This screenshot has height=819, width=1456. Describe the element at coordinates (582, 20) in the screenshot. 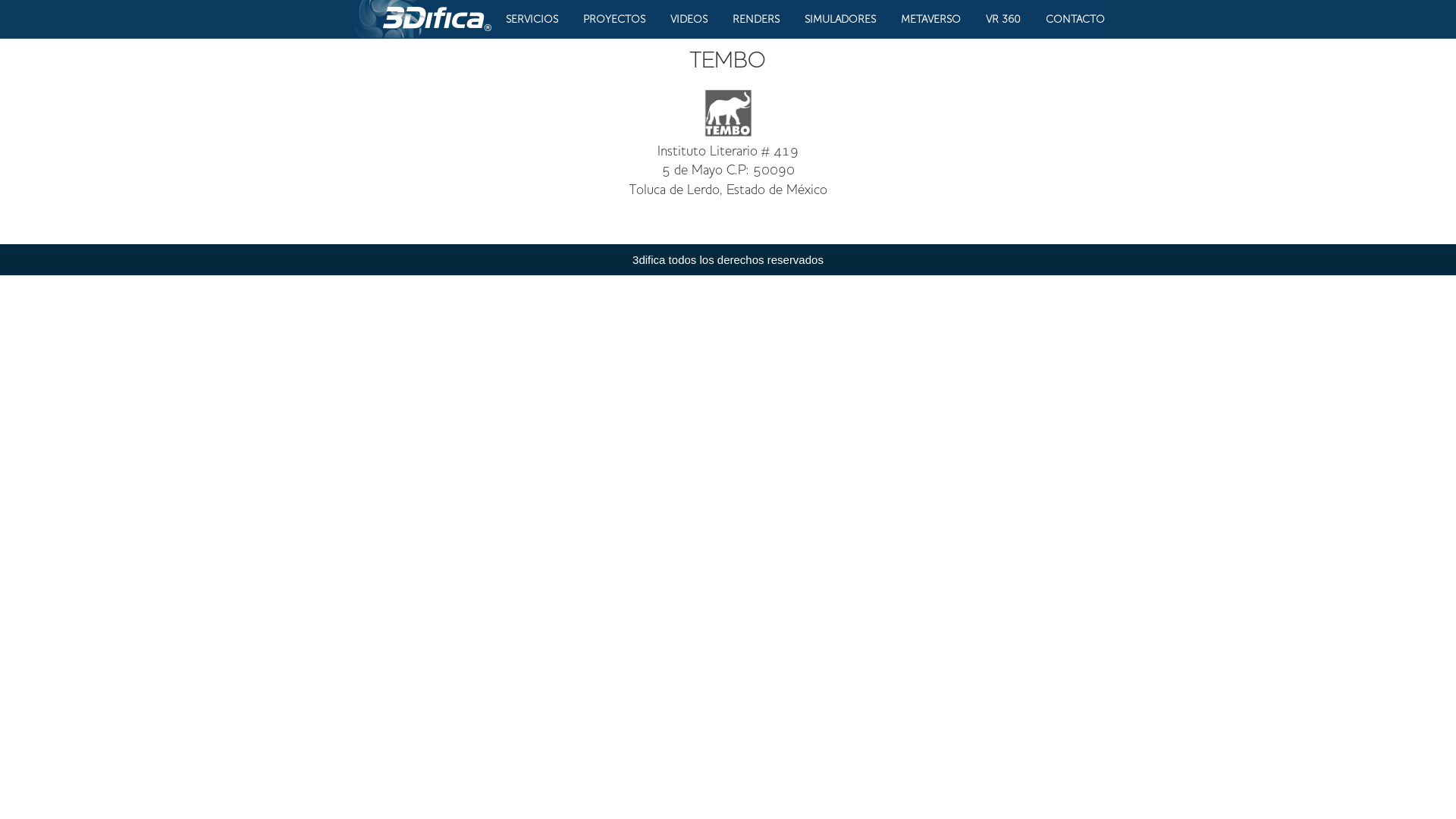

I see `'PROYECTOS'` at that location.